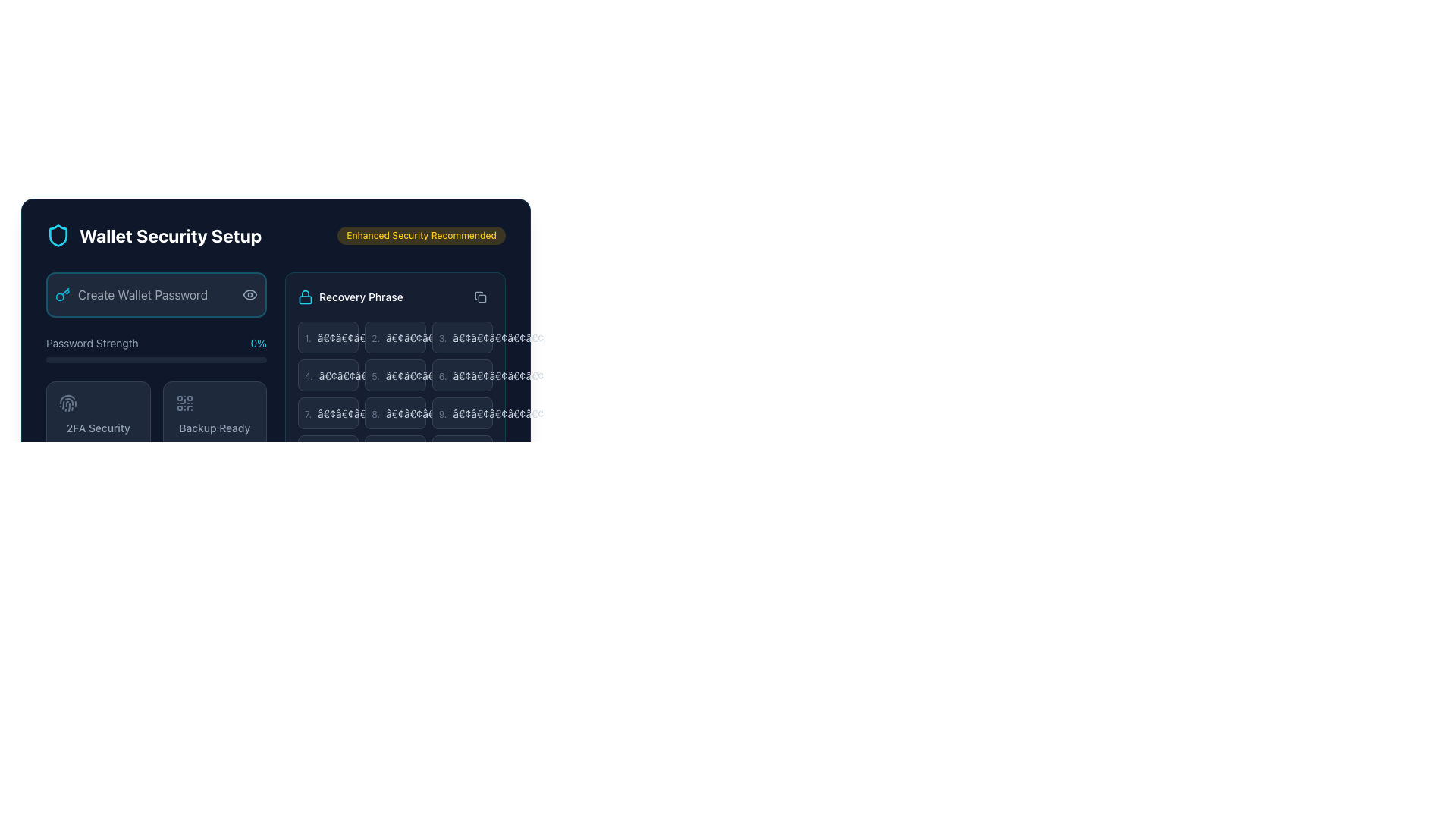 This screenshot has width=1456, height=819. What do you see at coordinates (58, 236) in the screenshot?
I see `the shield icon located at the top left corner of the interface, adjacent to the text 'Wallet Security Setup', which visually supports the theme of security` at bounding box center [58, 236].